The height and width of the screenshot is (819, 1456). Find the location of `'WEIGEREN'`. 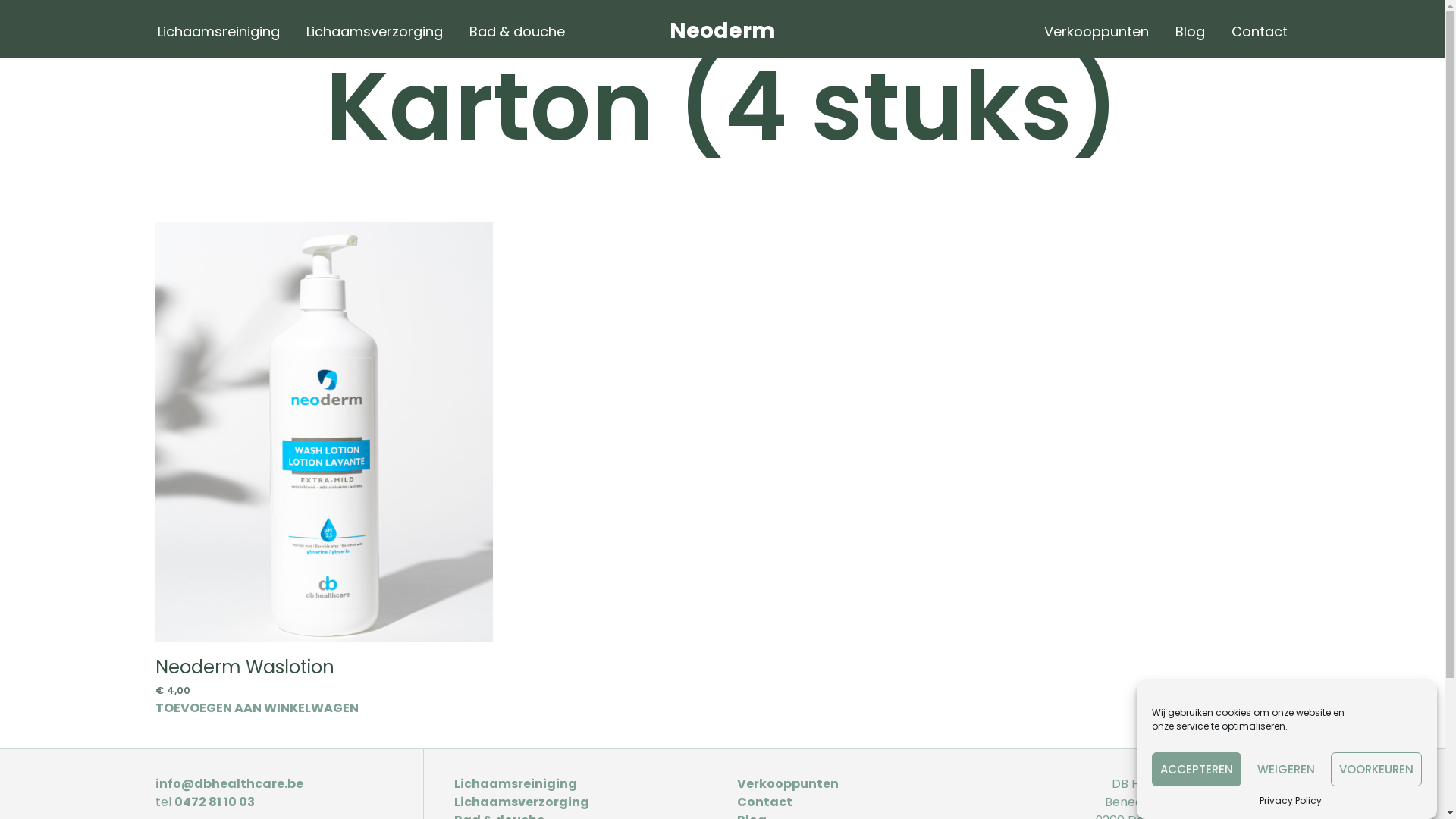

'WEIGEREN' is located at coordinates (1285, 769).